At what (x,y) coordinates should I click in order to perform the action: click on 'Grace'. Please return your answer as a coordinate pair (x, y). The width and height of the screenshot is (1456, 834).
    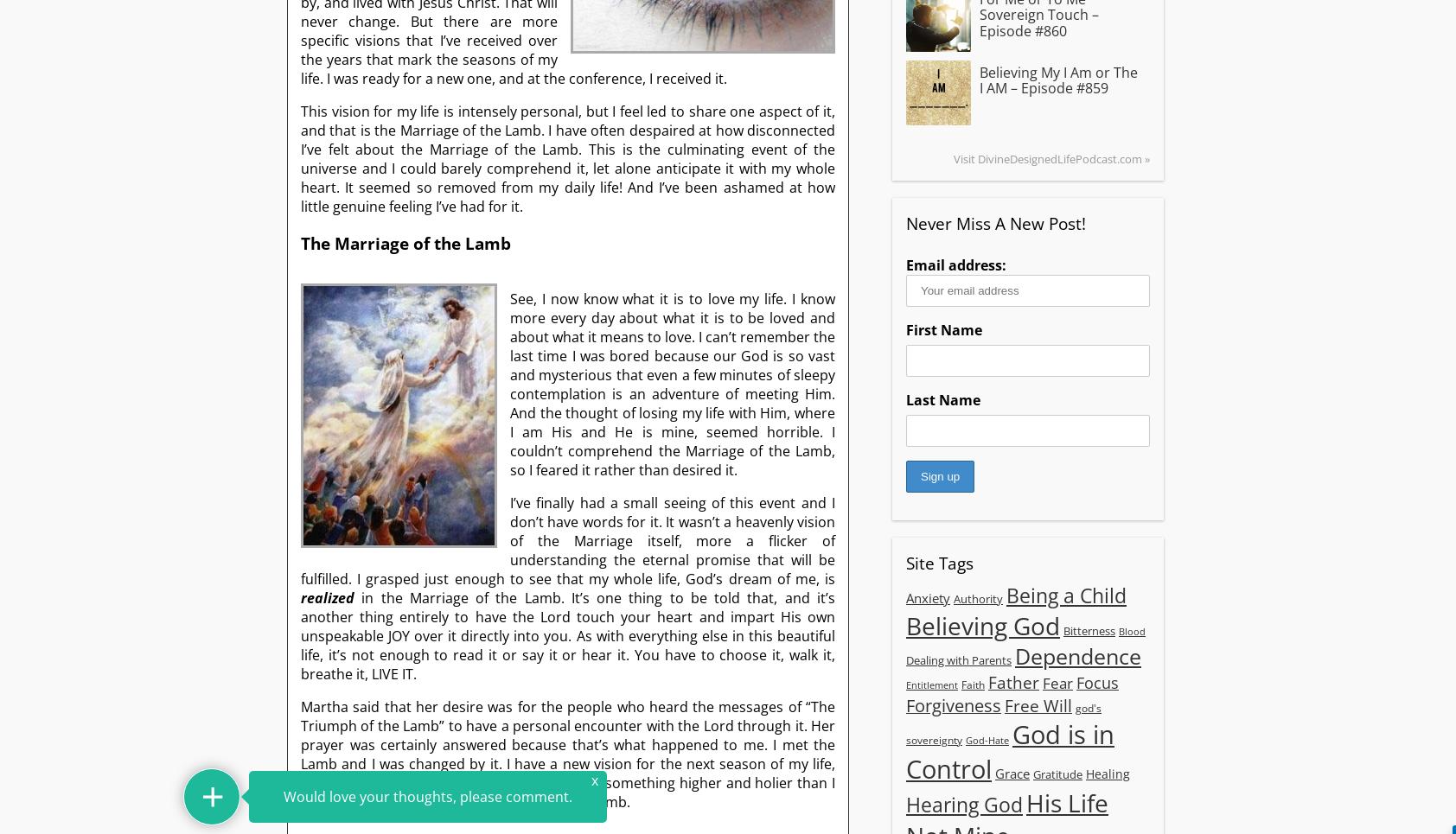
    Looking at the image, I should click on (1012, 771).